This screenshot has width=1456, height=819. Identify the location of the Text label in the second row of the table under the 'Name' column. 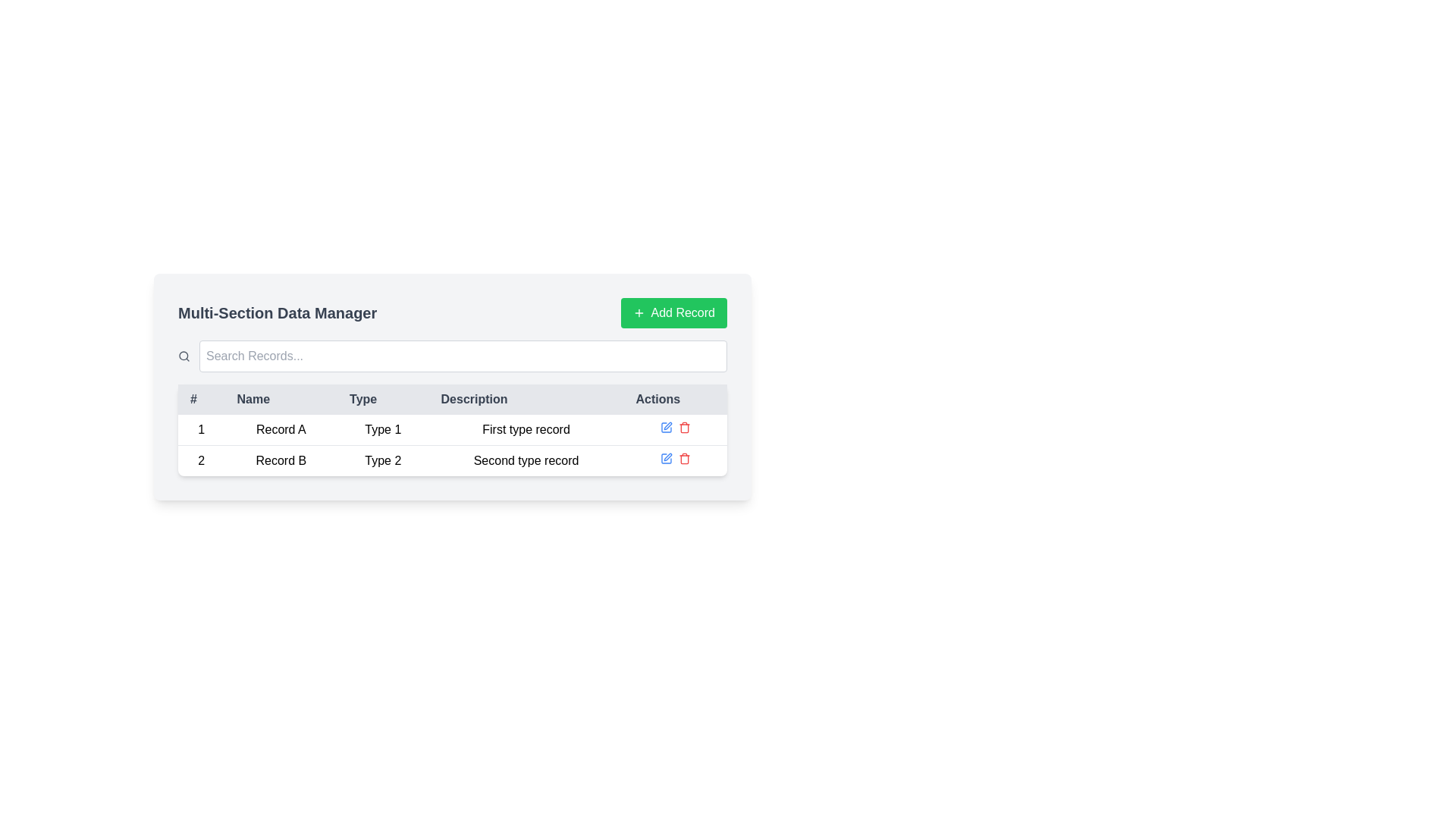
(281, 460).